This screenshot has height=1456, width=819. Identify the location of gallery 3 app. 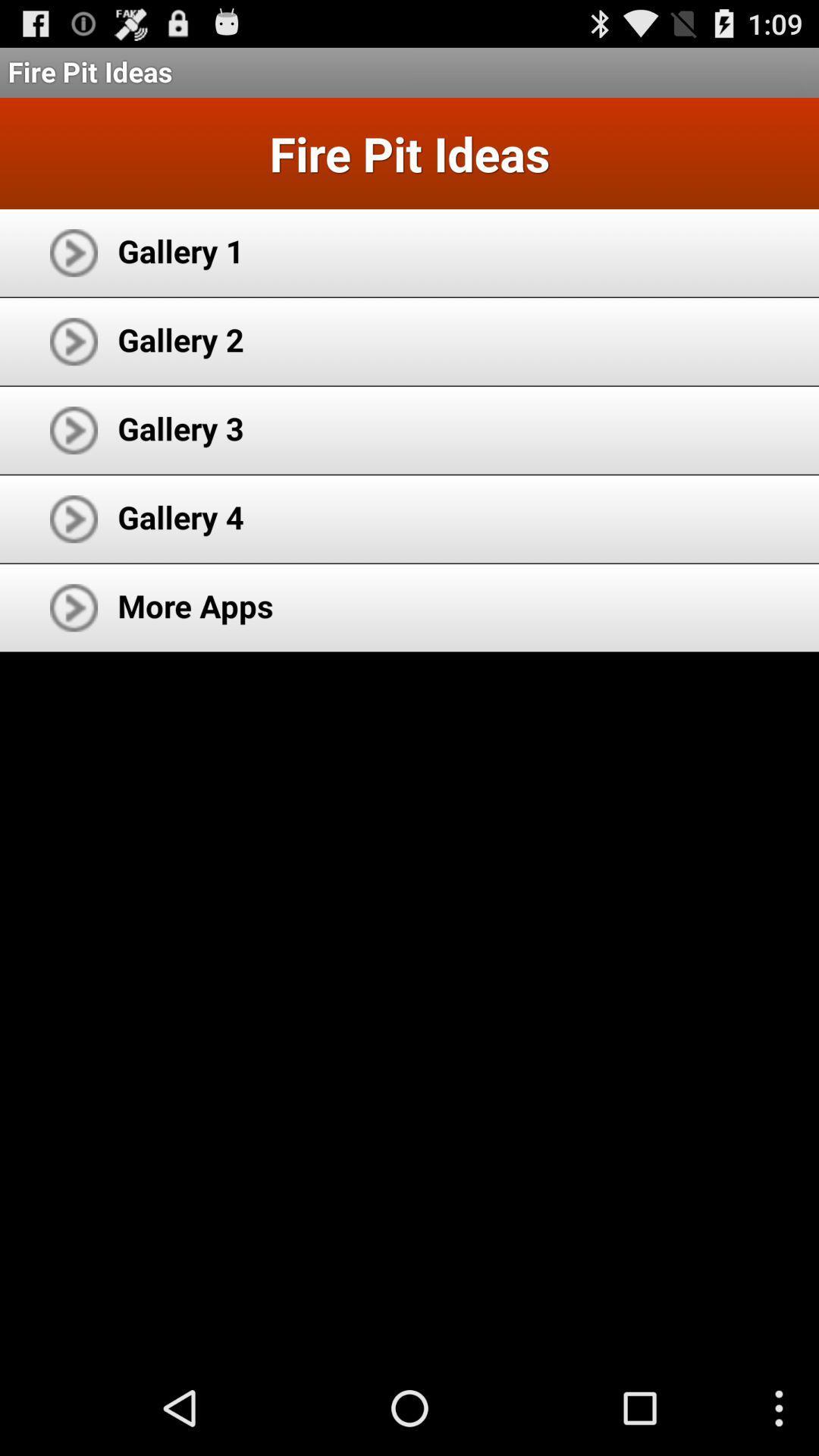
(180, 427).